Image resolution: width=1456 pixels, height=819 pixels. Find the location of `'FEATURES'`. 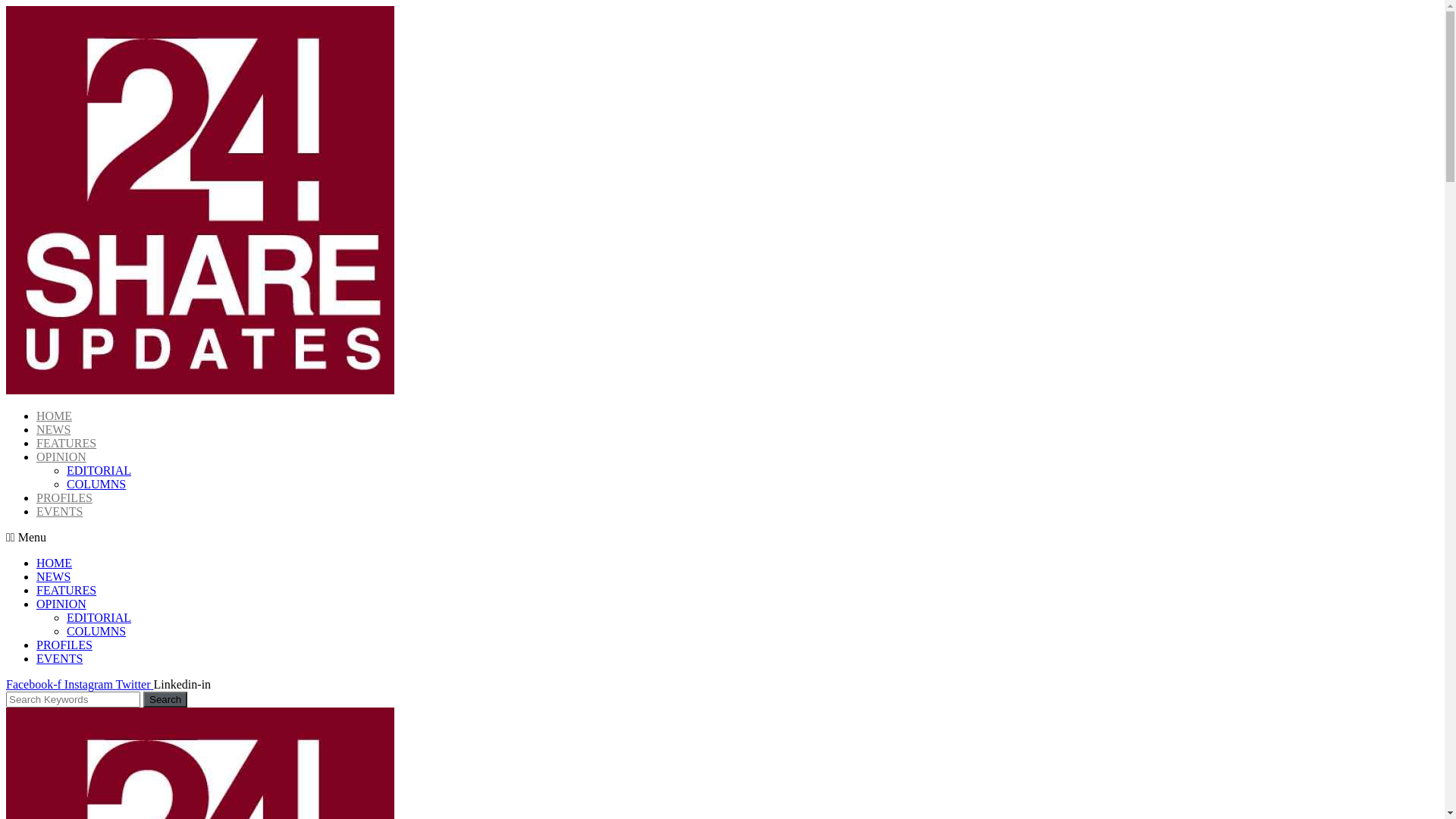

'FEATURES' is located at coordinates (65, 443).